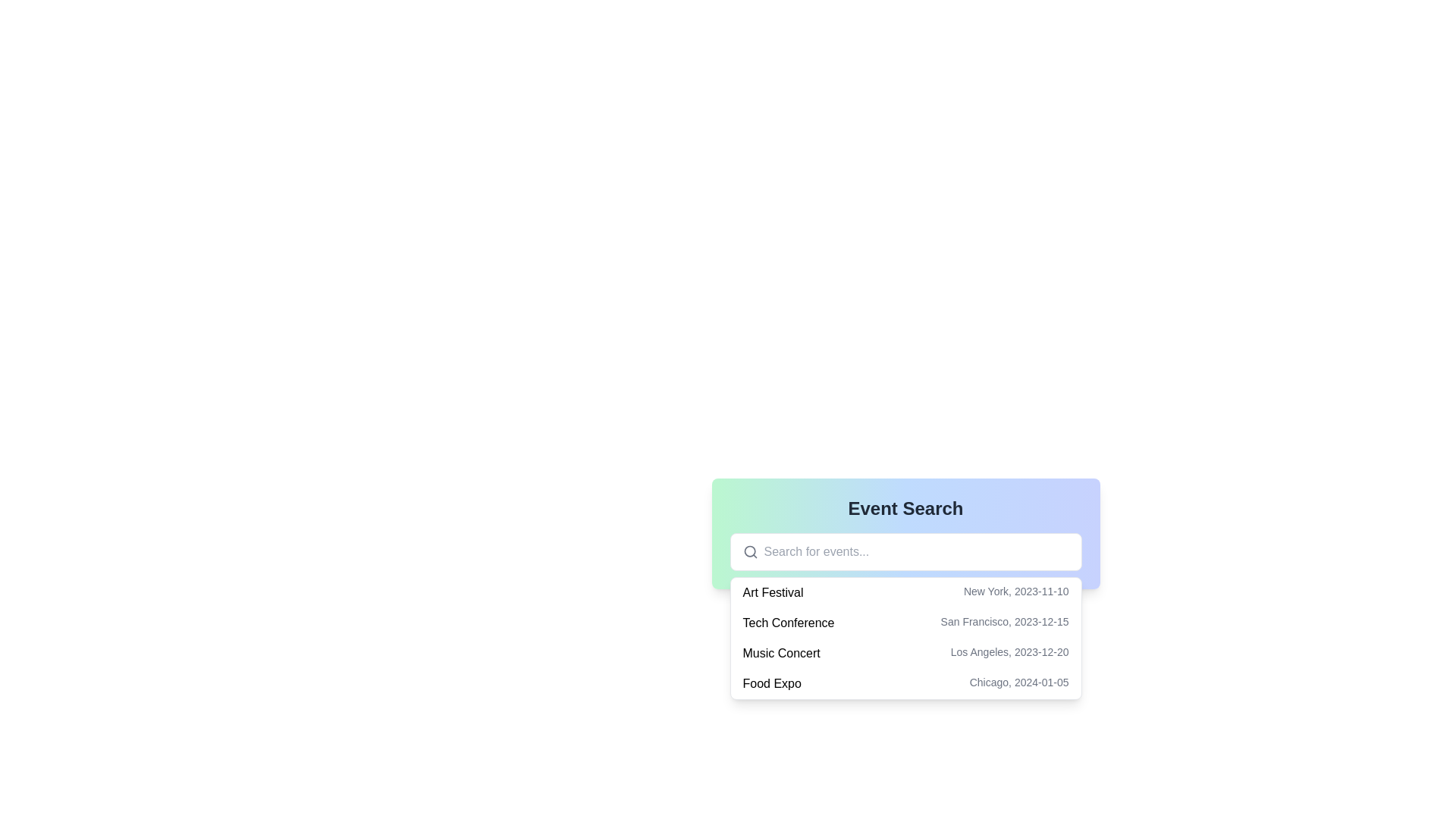 This screenshot has width=1456, height=819. I want to click on to select the event in the second row of the 'Event Search' list, positioned below 'Art Festival' and above 'Music Concert', so click(905, 623).